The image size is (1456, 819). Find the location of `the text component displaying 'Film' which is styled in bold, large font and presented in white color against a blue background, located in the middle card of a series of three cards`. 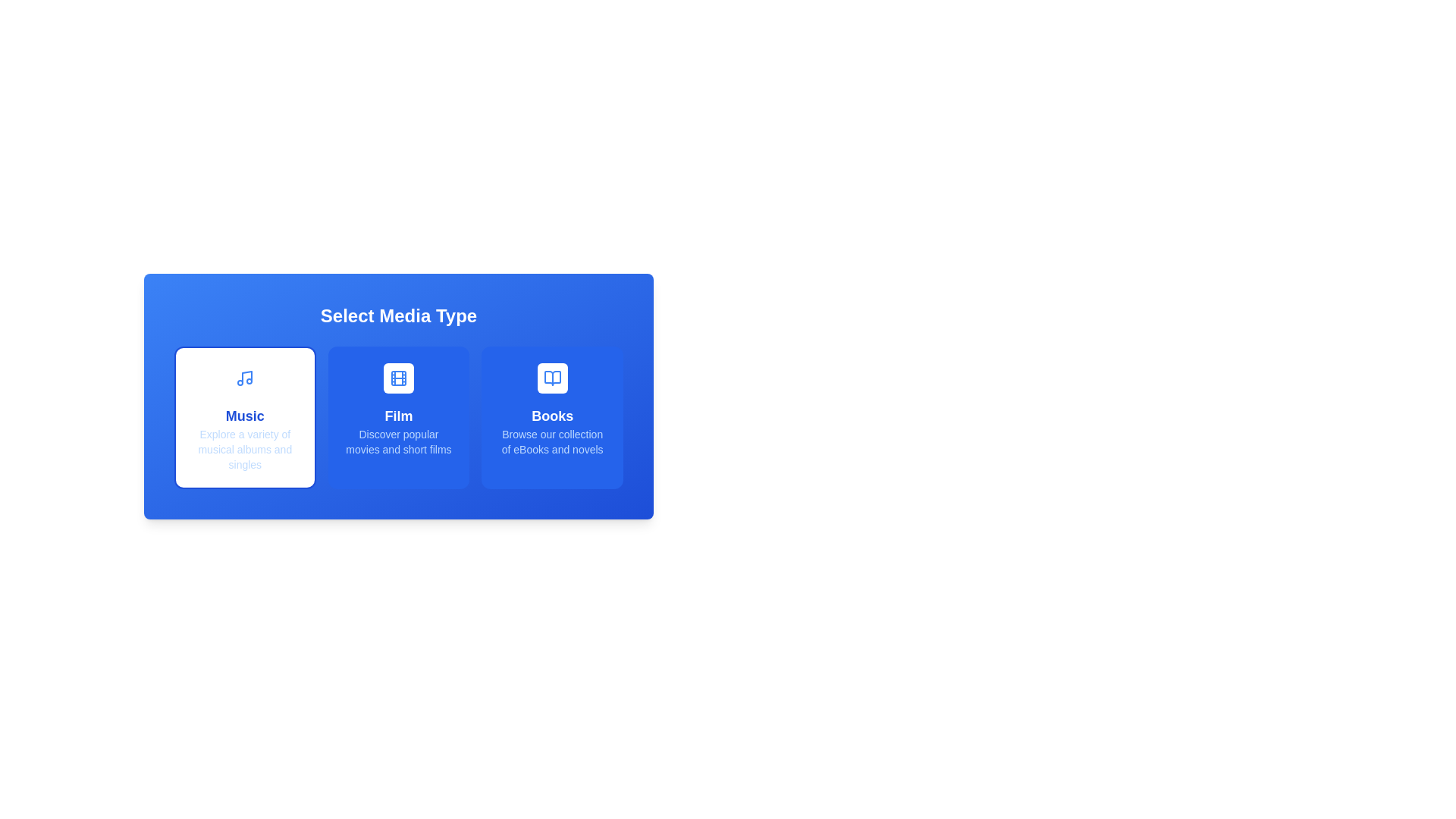

the text component displaying 'Film' which is styled in bold, large font and presented in white color against a blue background, located in the middle card of a series of three cards is located at coordinates (399, 416).